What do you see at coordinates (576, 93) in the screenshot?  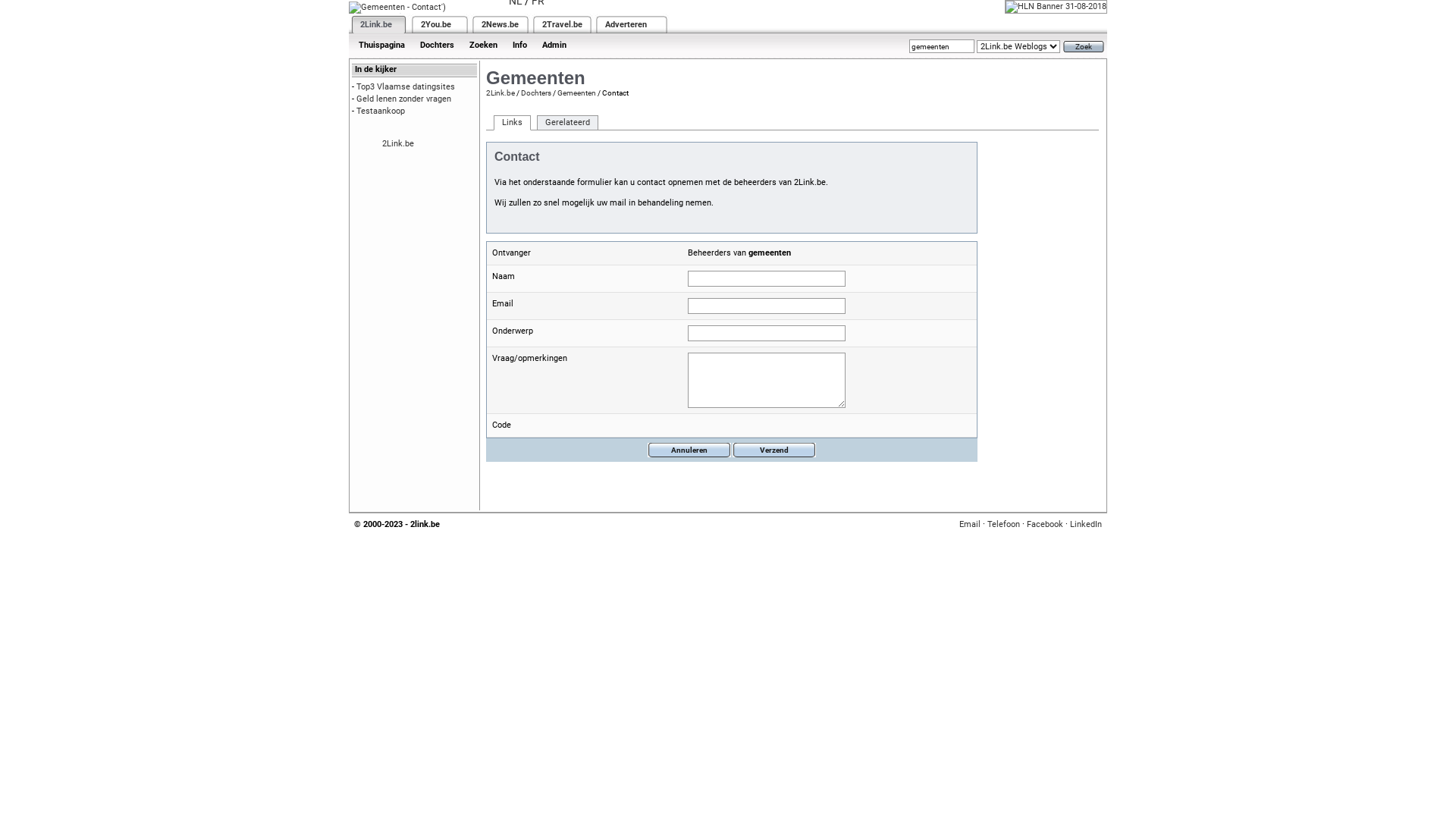 I see `'Gemeenten'` at bounding box center [576, 93].